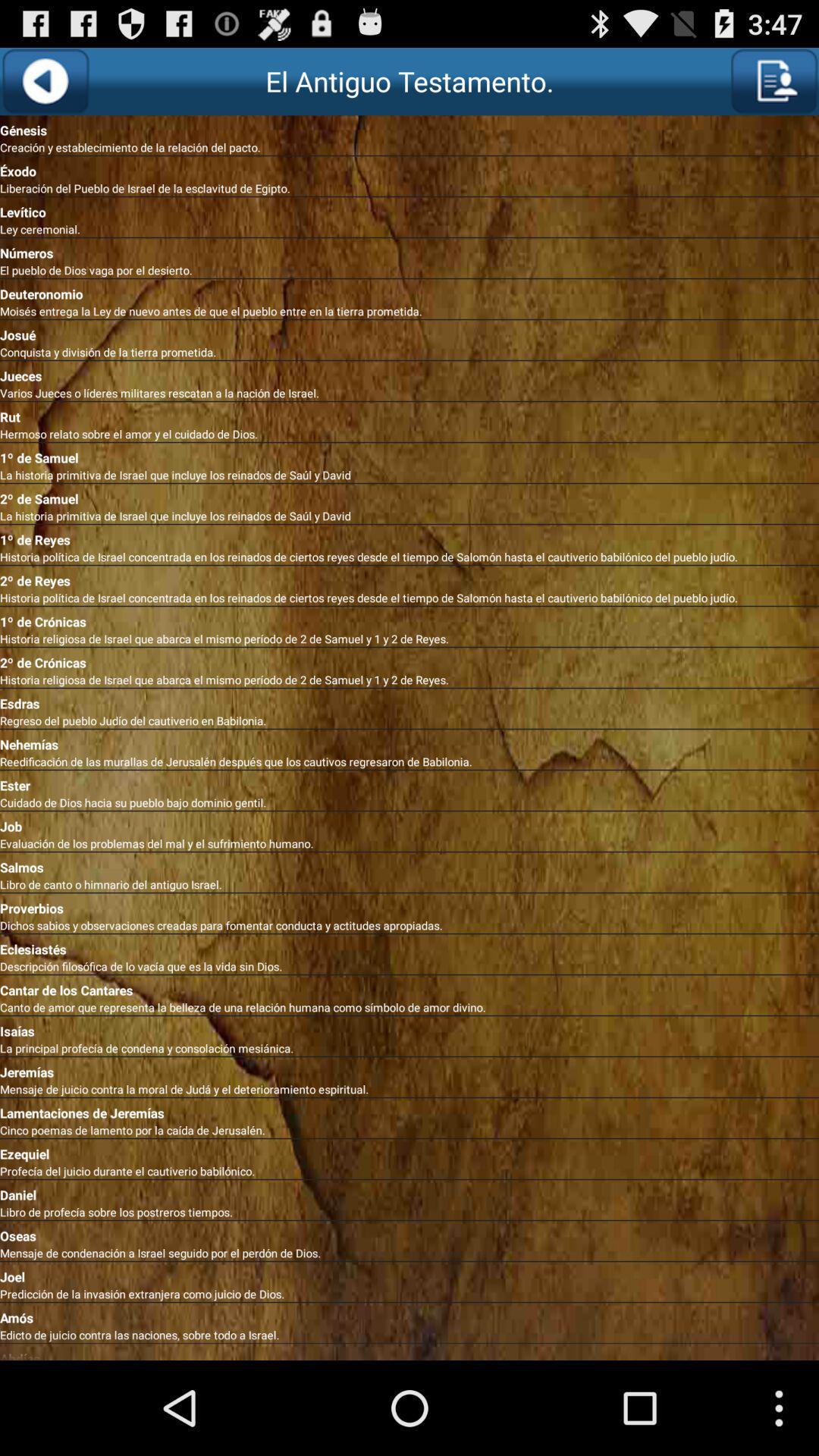  Describe the element at coordinates (409, 228) in the screenshot. I see `ley ceremonial. app` at that location.